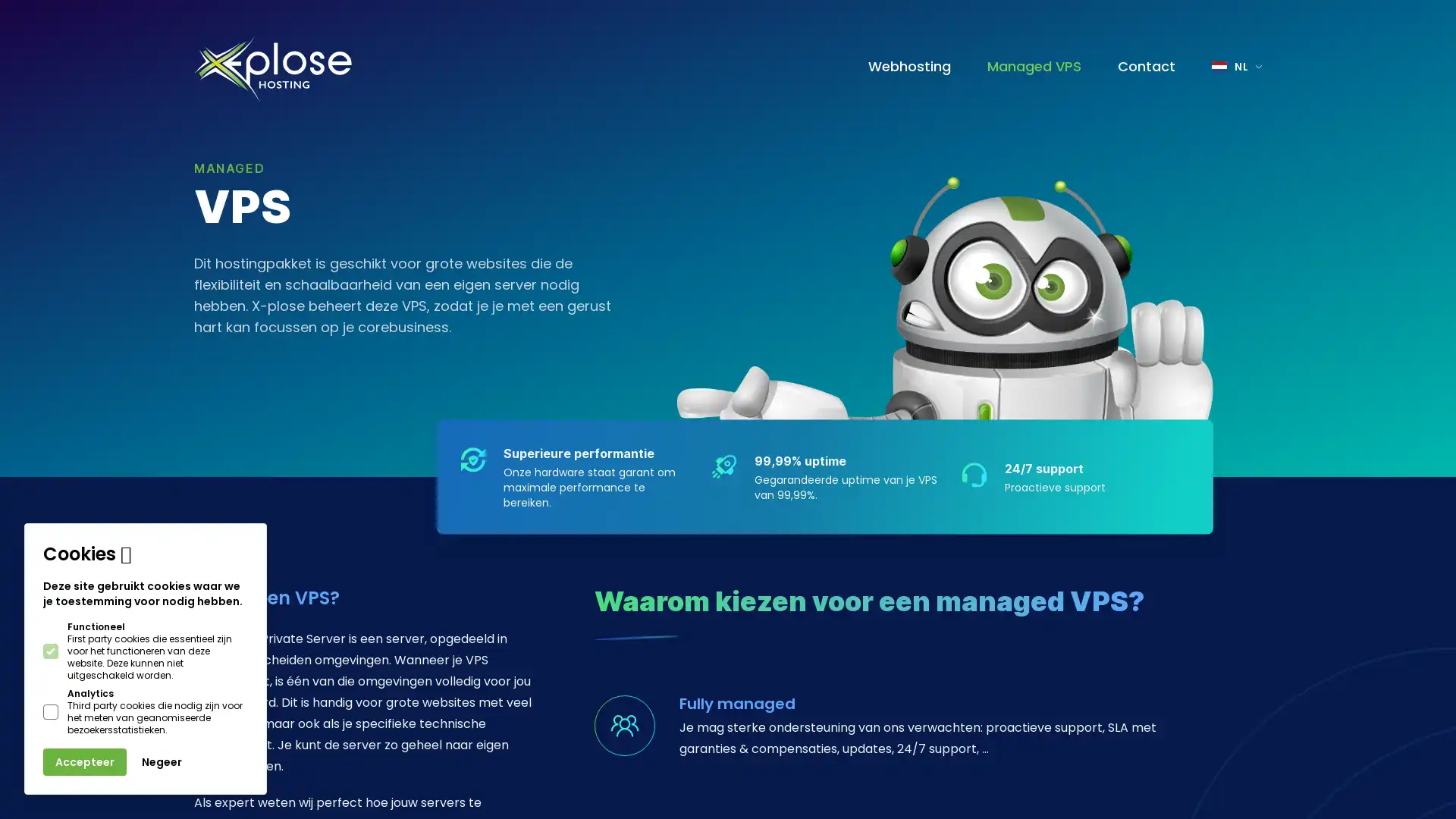 Image resolution: width=1456 pixels, height=819 pixels. What do you see at coordinates (83, 762) in the screenshot?
I see `Accepteer` at bounding box center [83, 762].